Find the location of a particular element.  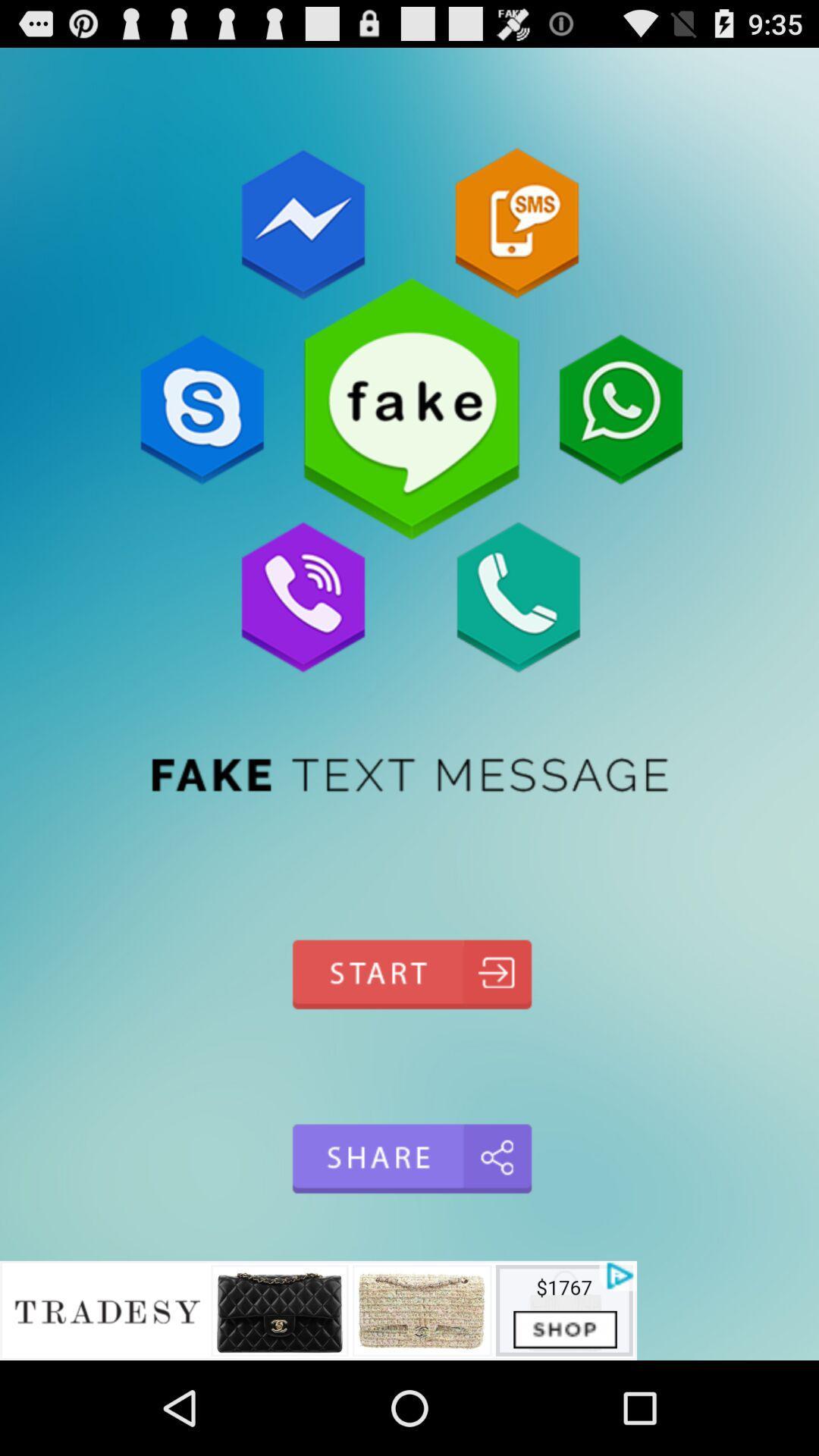

share option is located at coordinates (409, 1158).